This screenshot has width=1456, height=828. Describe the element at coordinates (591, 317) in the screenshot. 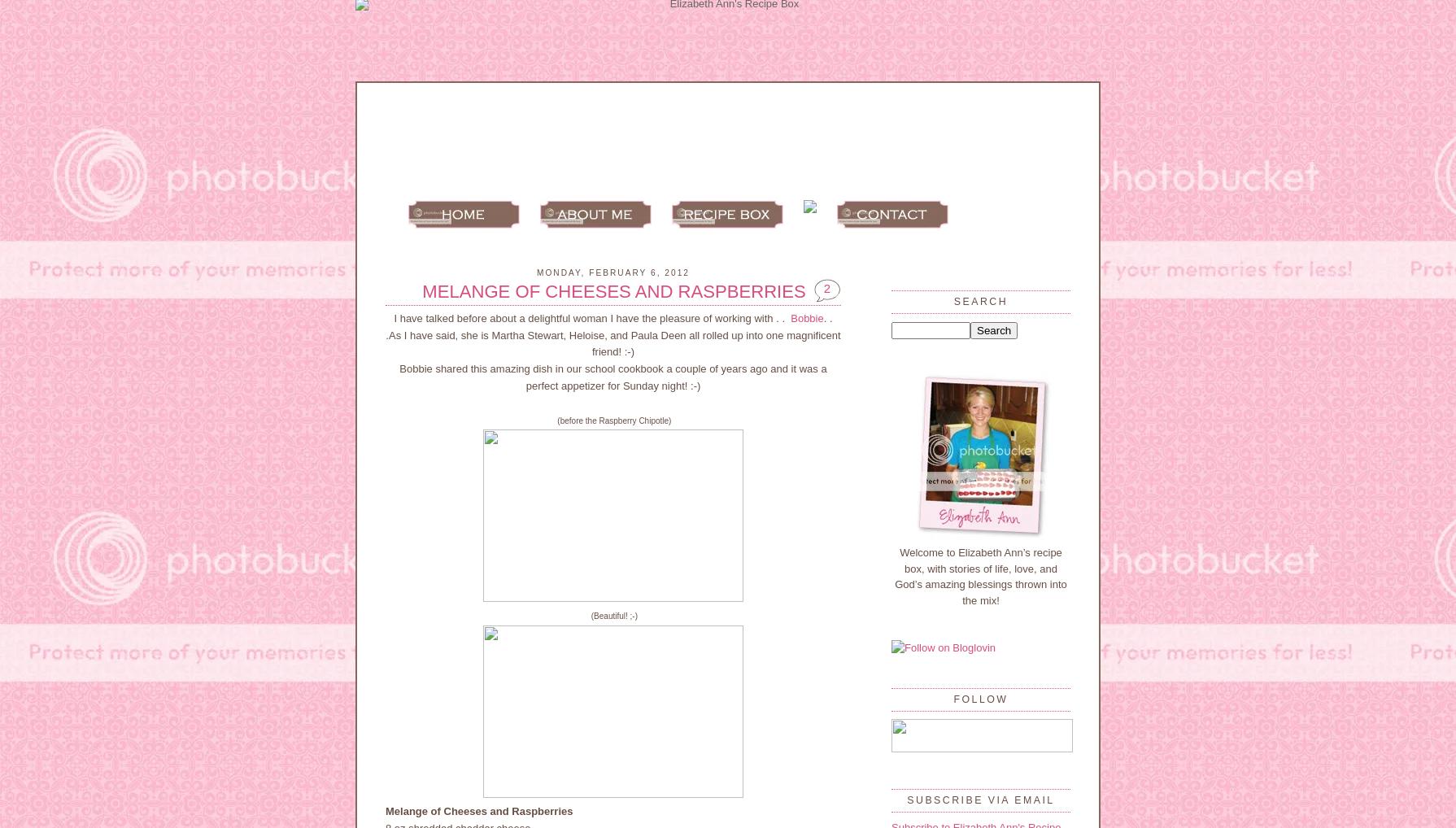

I see `'I have talked before about a delightful woman I have the pleasure of working with . .'` at that location.